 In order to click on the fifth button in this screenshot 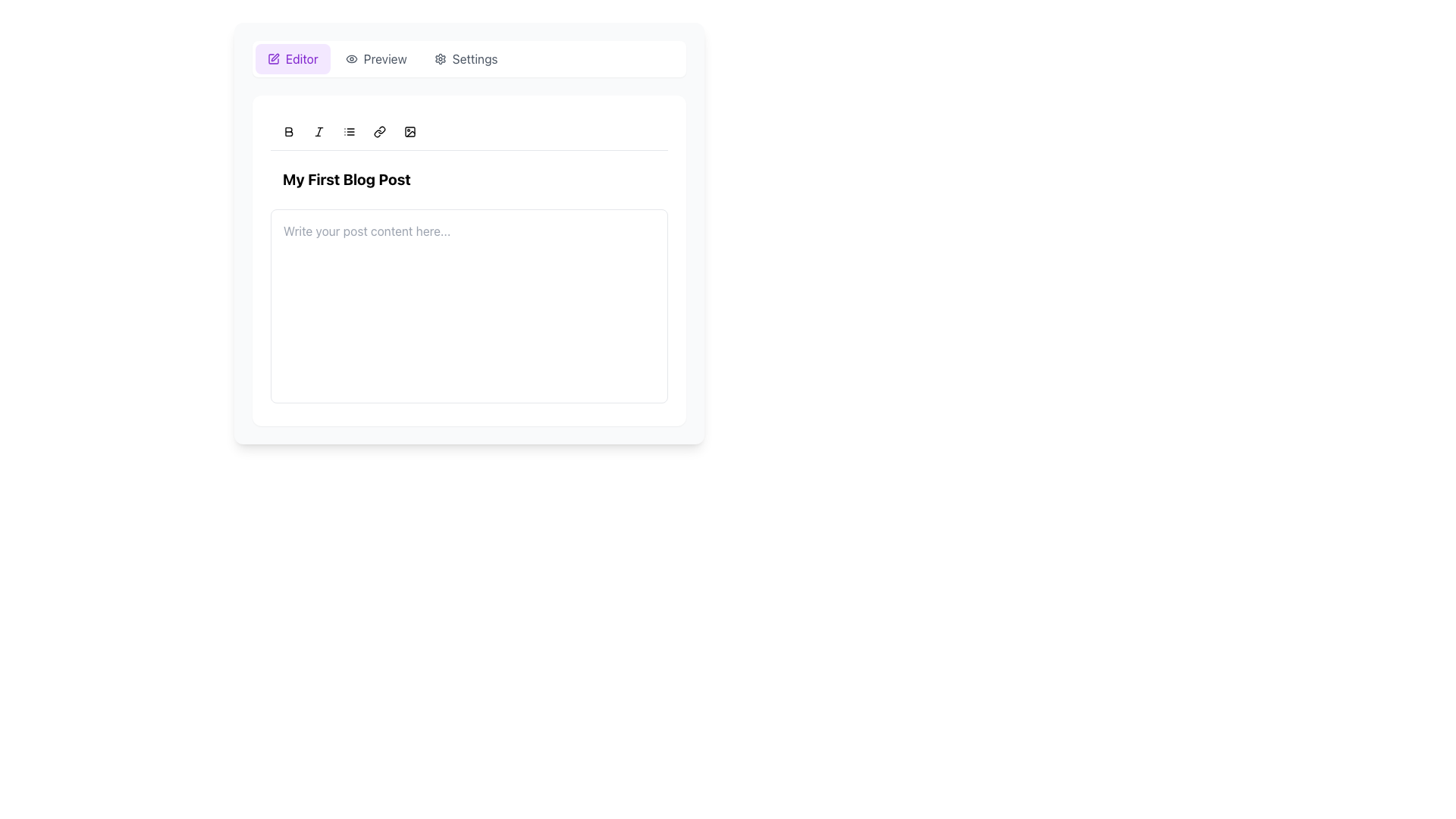, I will do `click(379, 130)`.